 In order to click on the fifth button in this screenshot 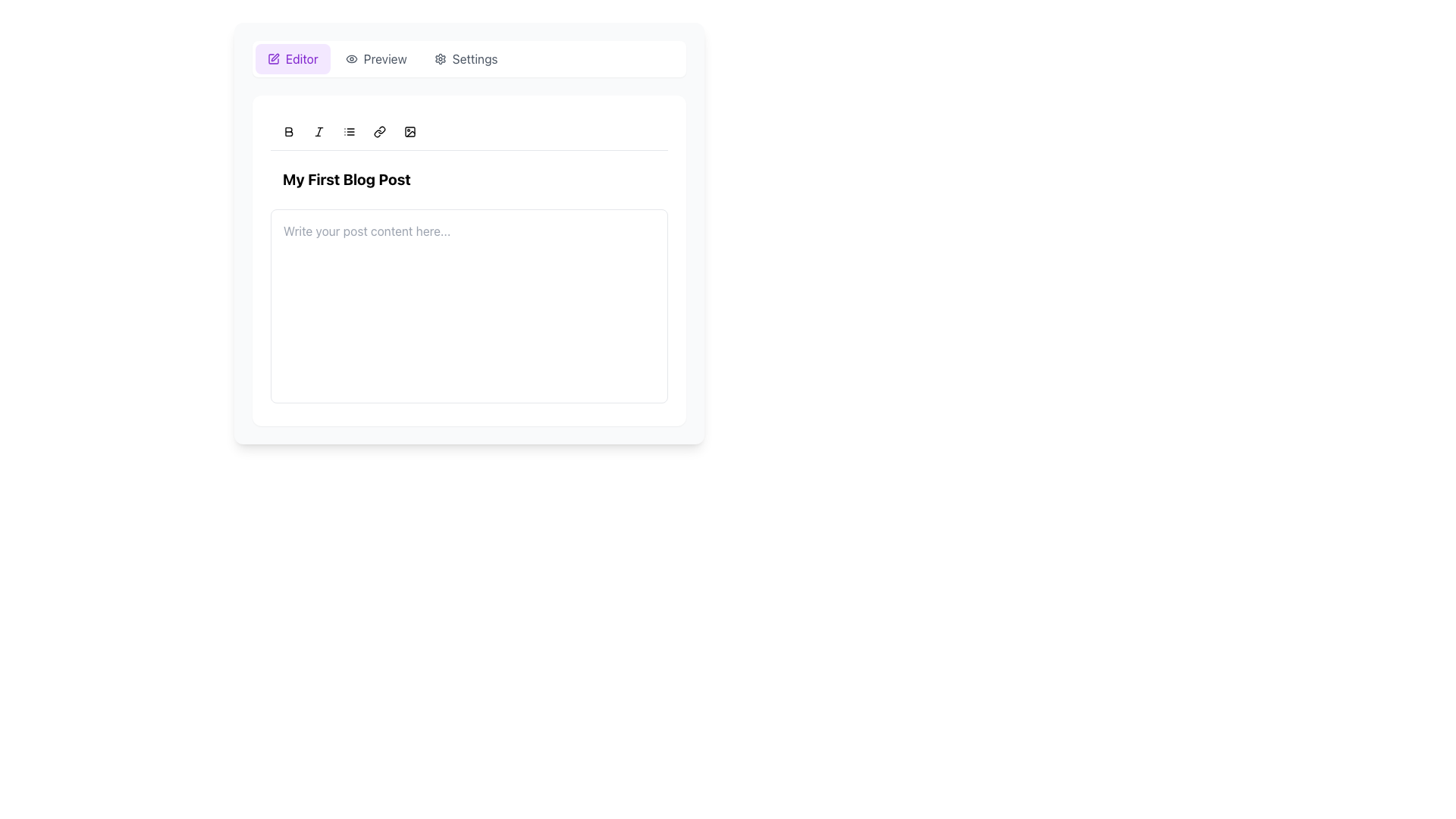, I will do `click(379, 130)`.